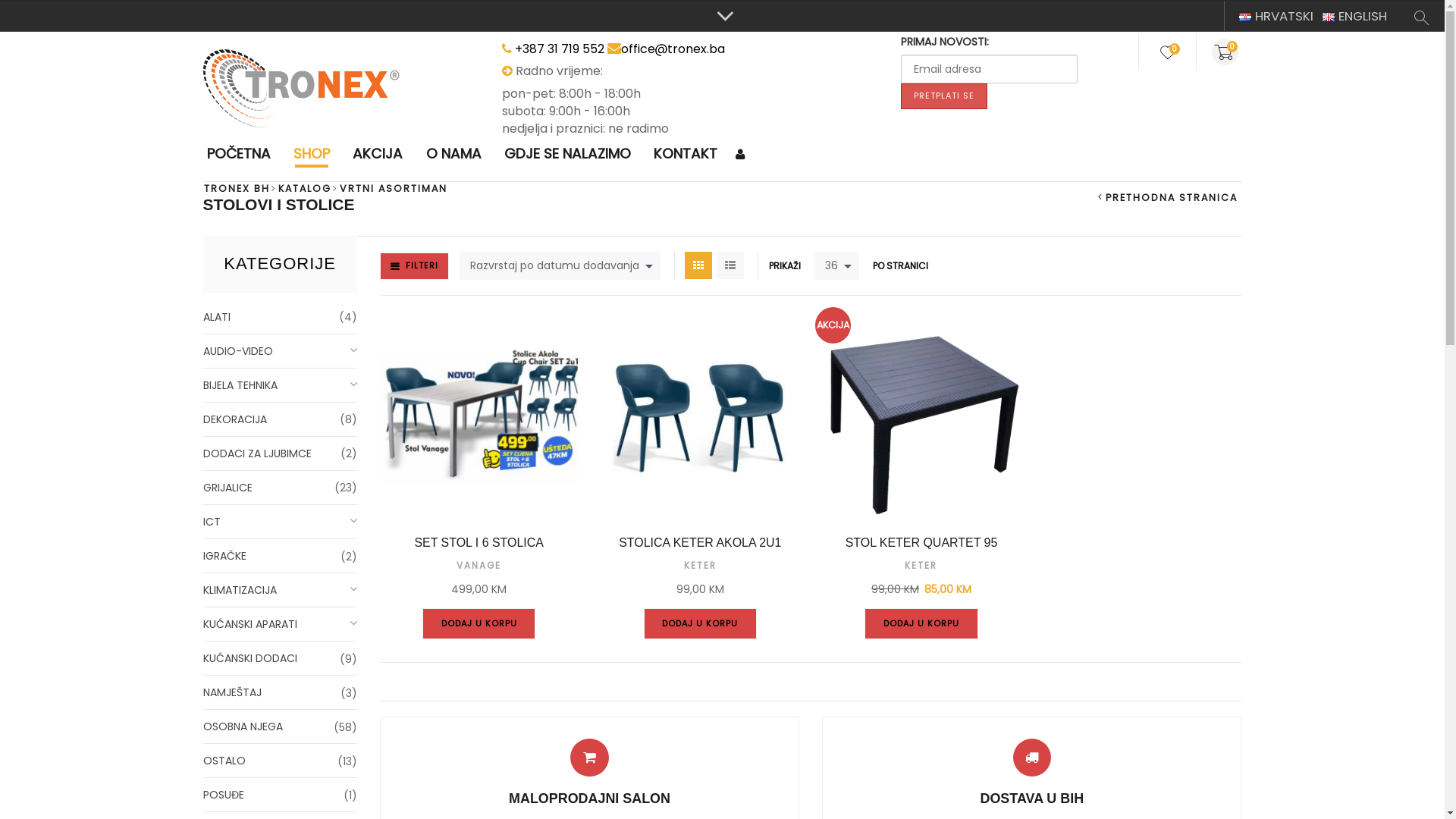 This screenshot has height=819, width=1456. I want to click on 'AKCIJA', so click(378, 154).